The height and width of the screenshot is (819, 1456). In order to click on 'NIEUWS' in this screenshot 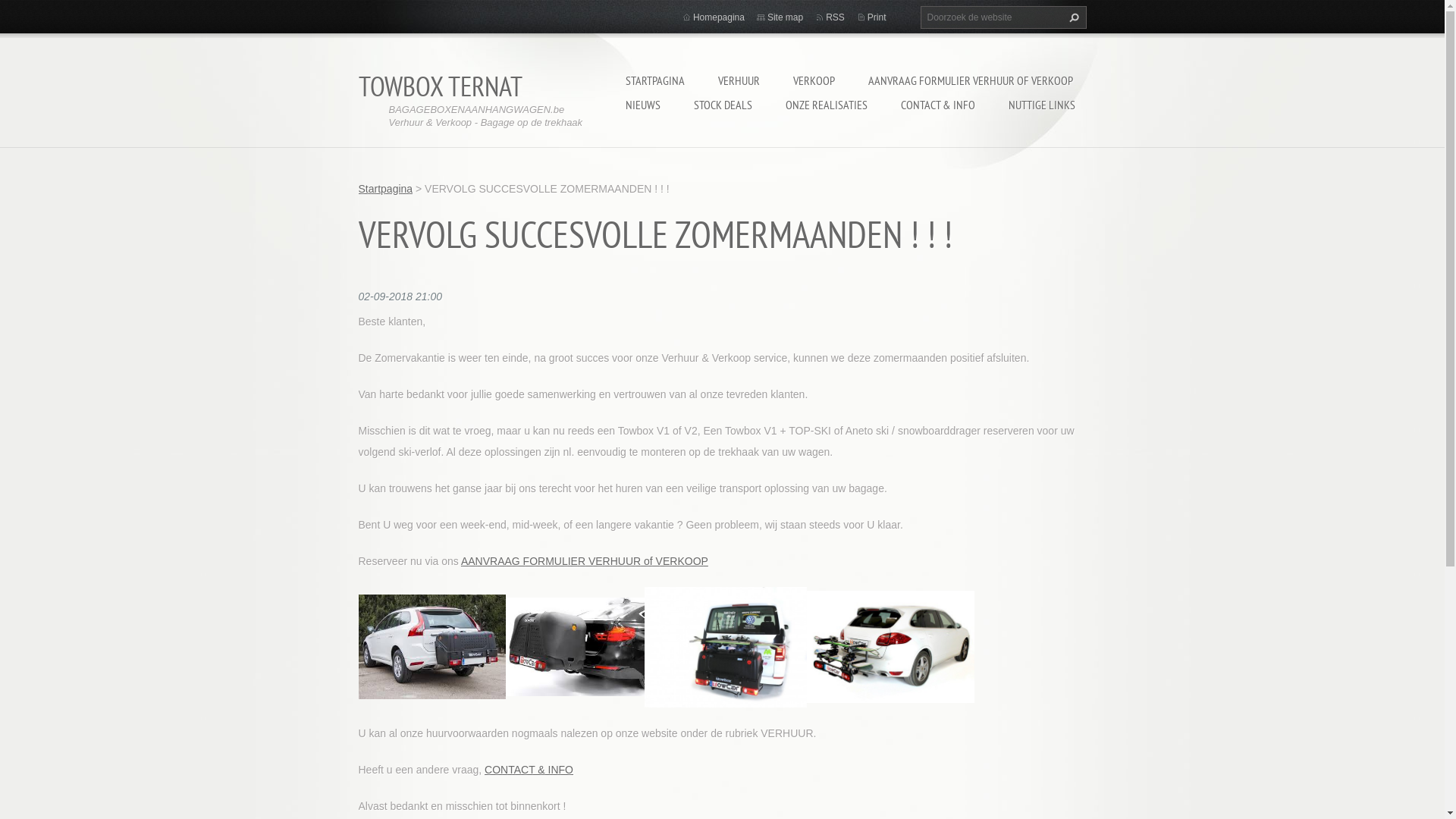, I will do `click(642, 104)`.